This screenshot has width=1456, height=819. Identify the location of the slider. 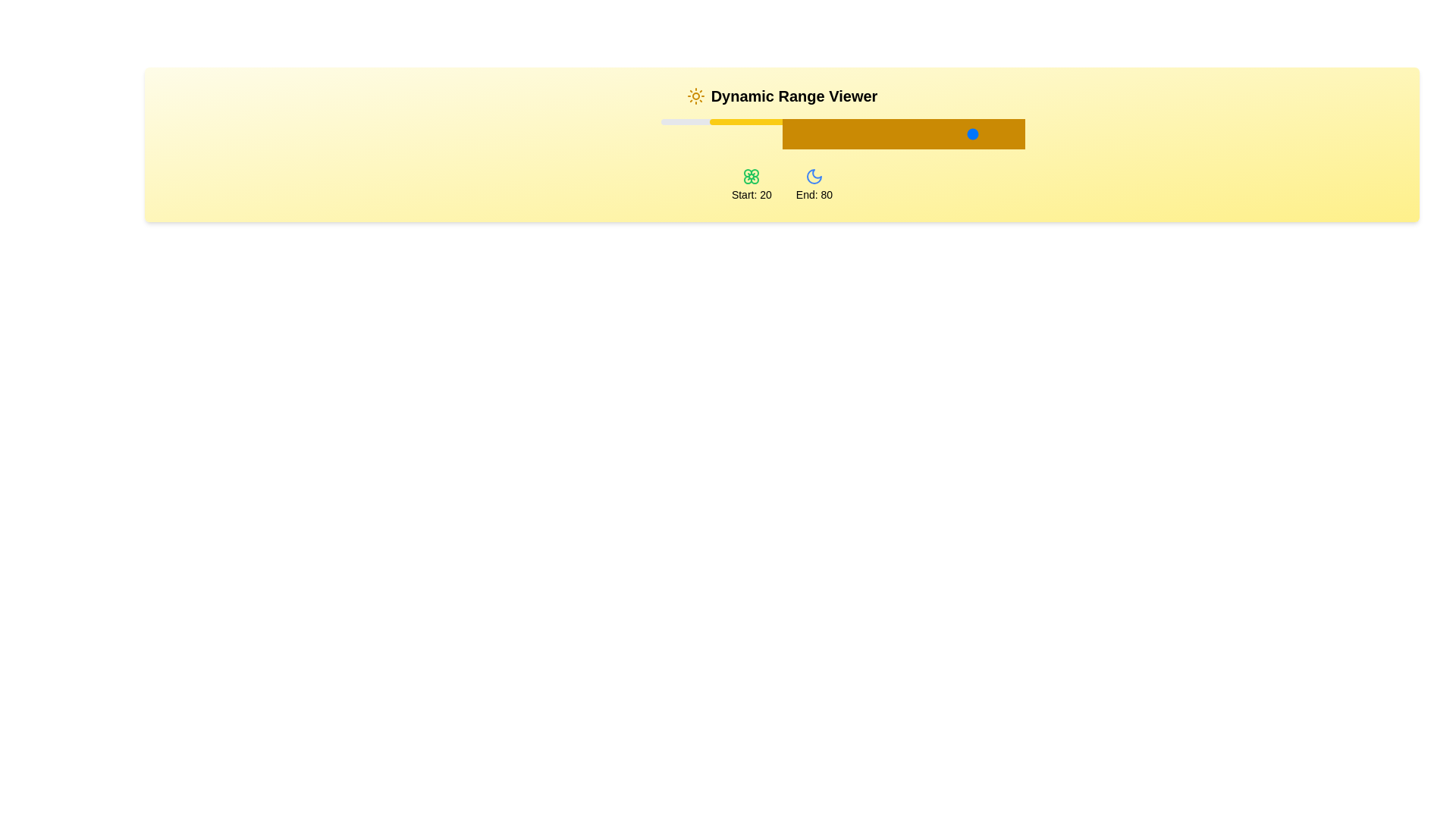
(772, 121).